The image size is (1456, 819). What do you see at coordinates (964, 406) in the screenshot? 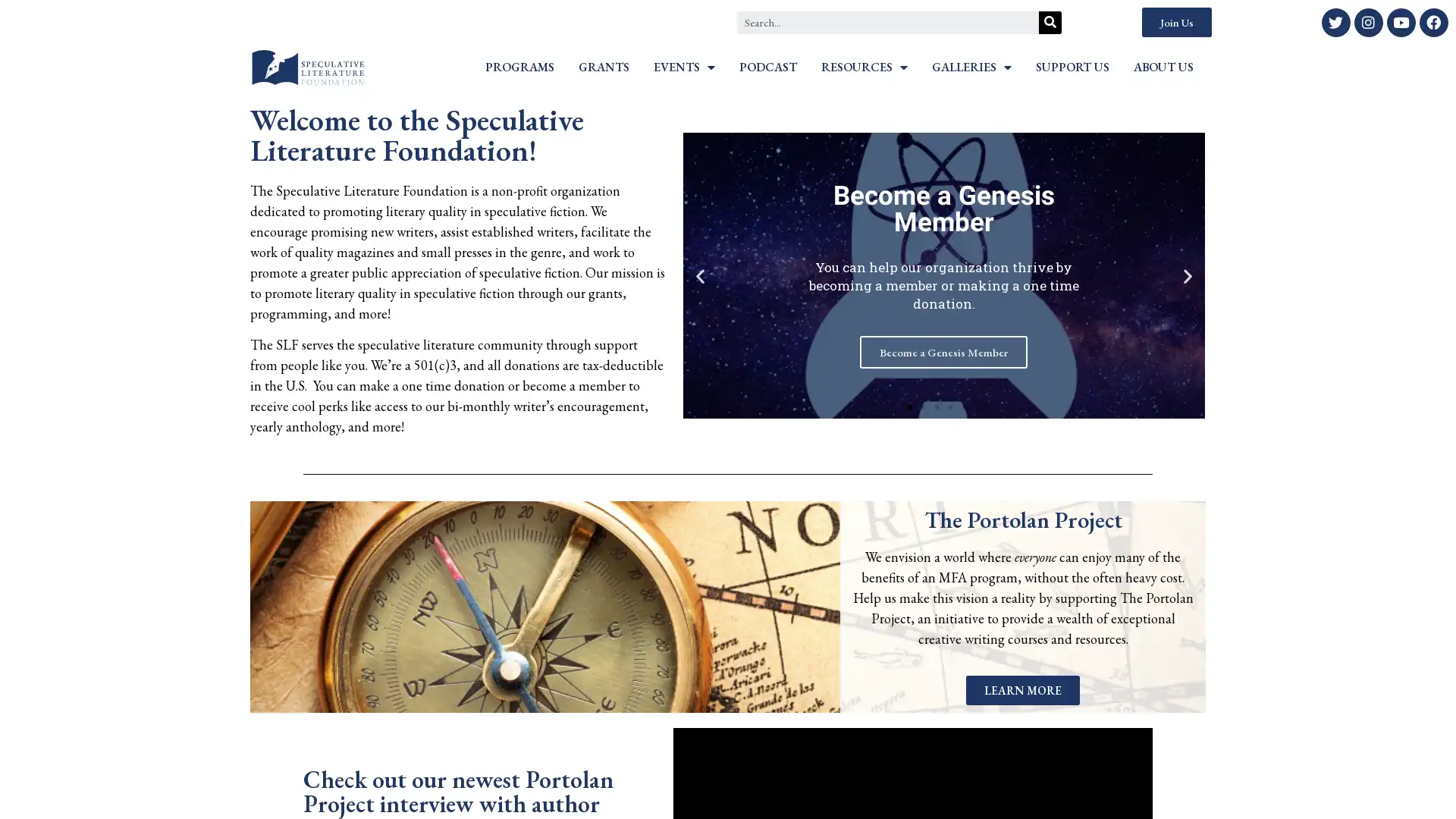
I see `Go to slide 5` at bounding box center [964, 406].